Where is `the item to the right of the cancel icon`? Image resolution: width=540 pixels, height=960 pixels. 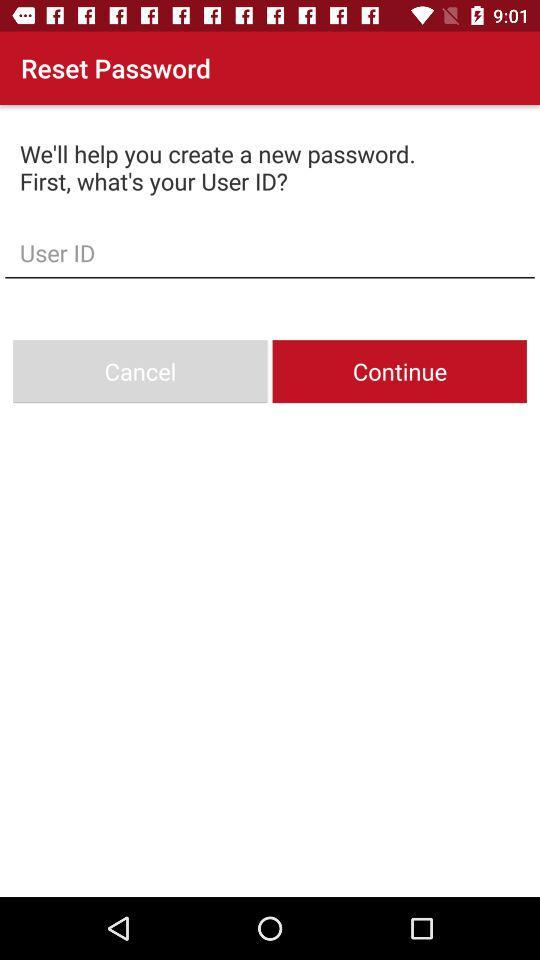
the item to the right of the cancel icon is located at coordinates (399, 370).